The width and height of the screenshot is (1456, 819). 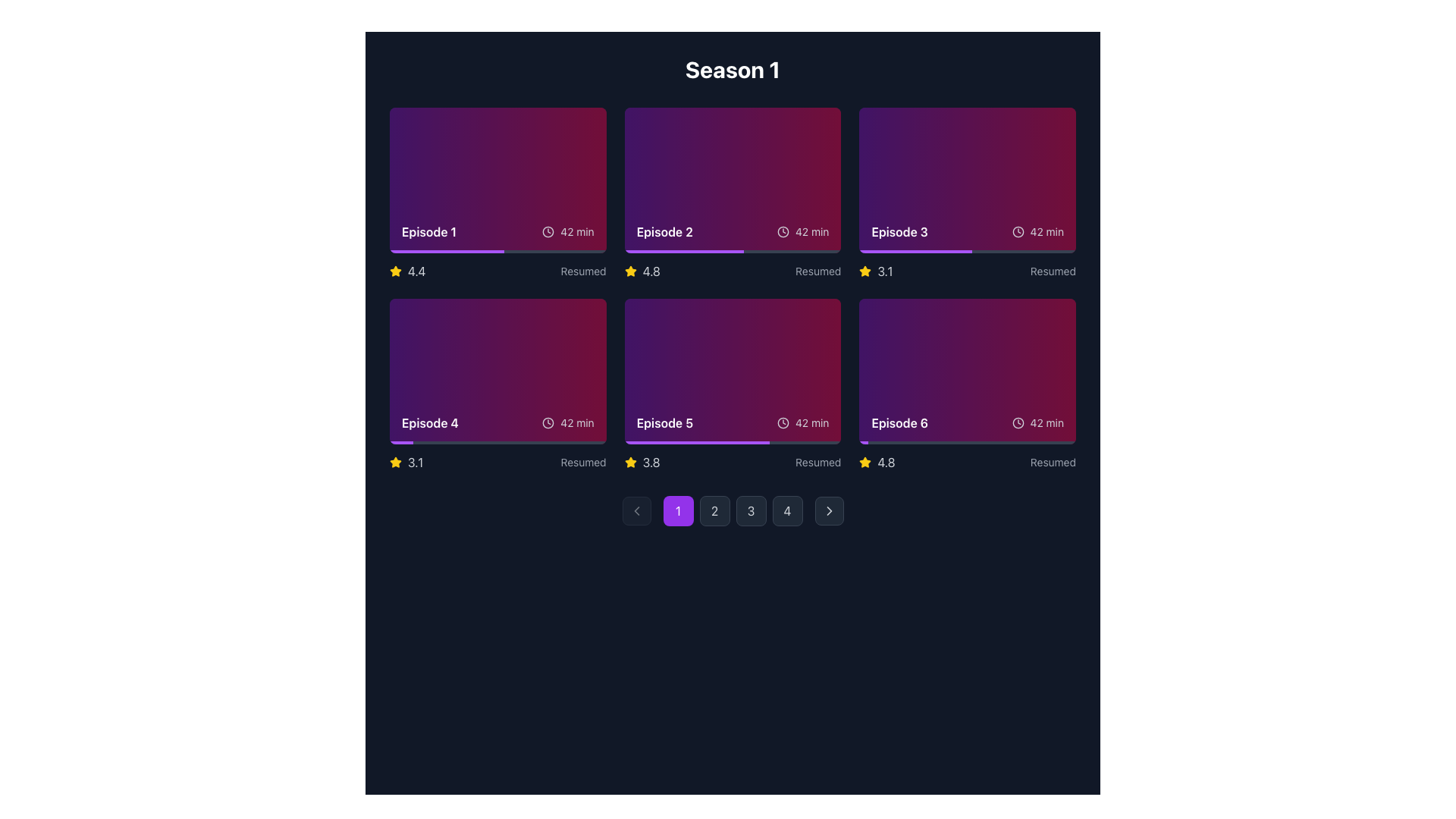 What do you see at coordinates (967, 442) in the screenshot?
I see `the progress bar indicating the completion percentage of 'Episode 6' located at the bottom right of the 'Episode 6' card` at bounding box center [967, 442].